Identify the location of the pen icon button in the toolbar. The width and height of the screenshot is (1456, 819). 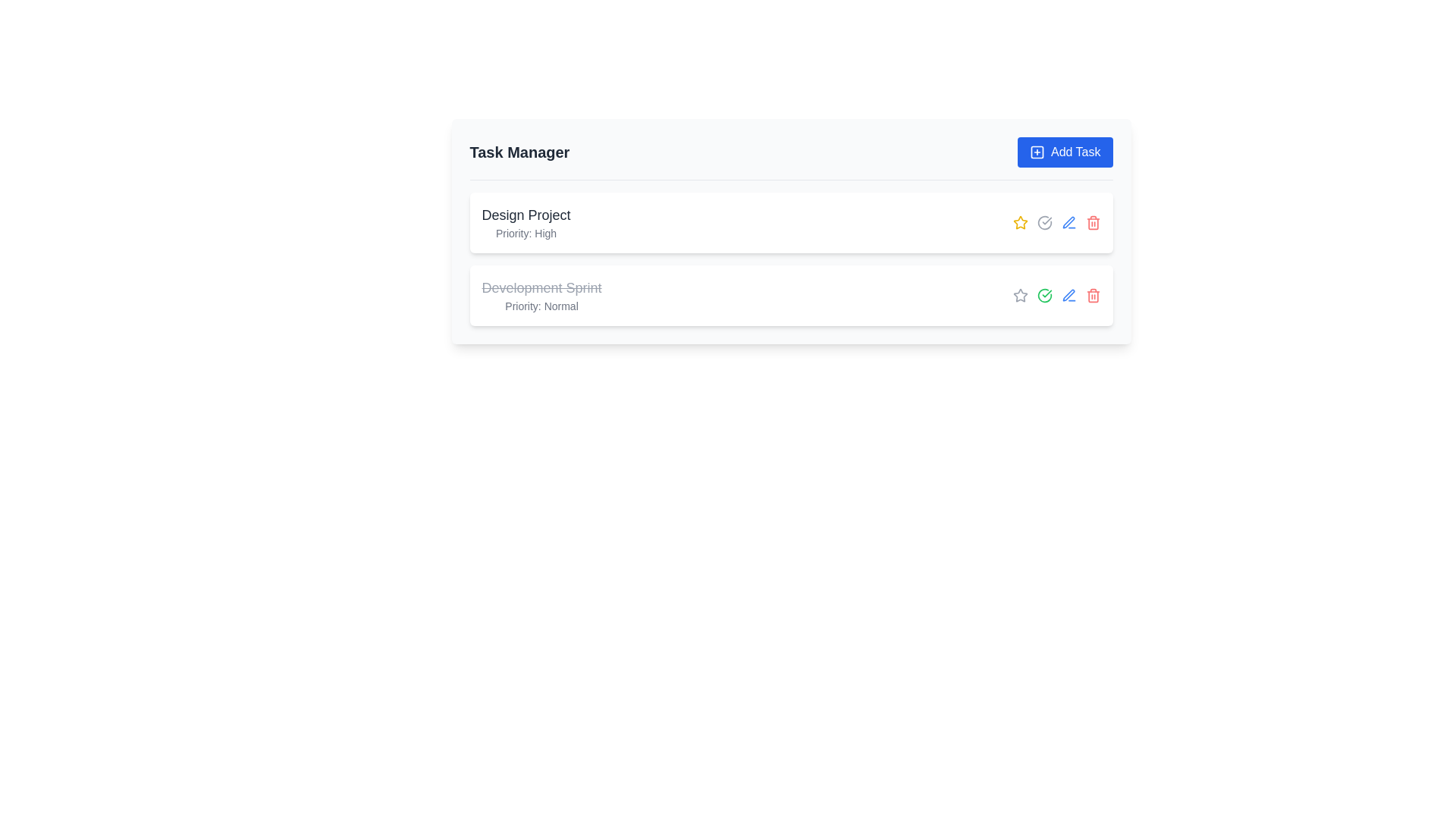
(1068, 222).